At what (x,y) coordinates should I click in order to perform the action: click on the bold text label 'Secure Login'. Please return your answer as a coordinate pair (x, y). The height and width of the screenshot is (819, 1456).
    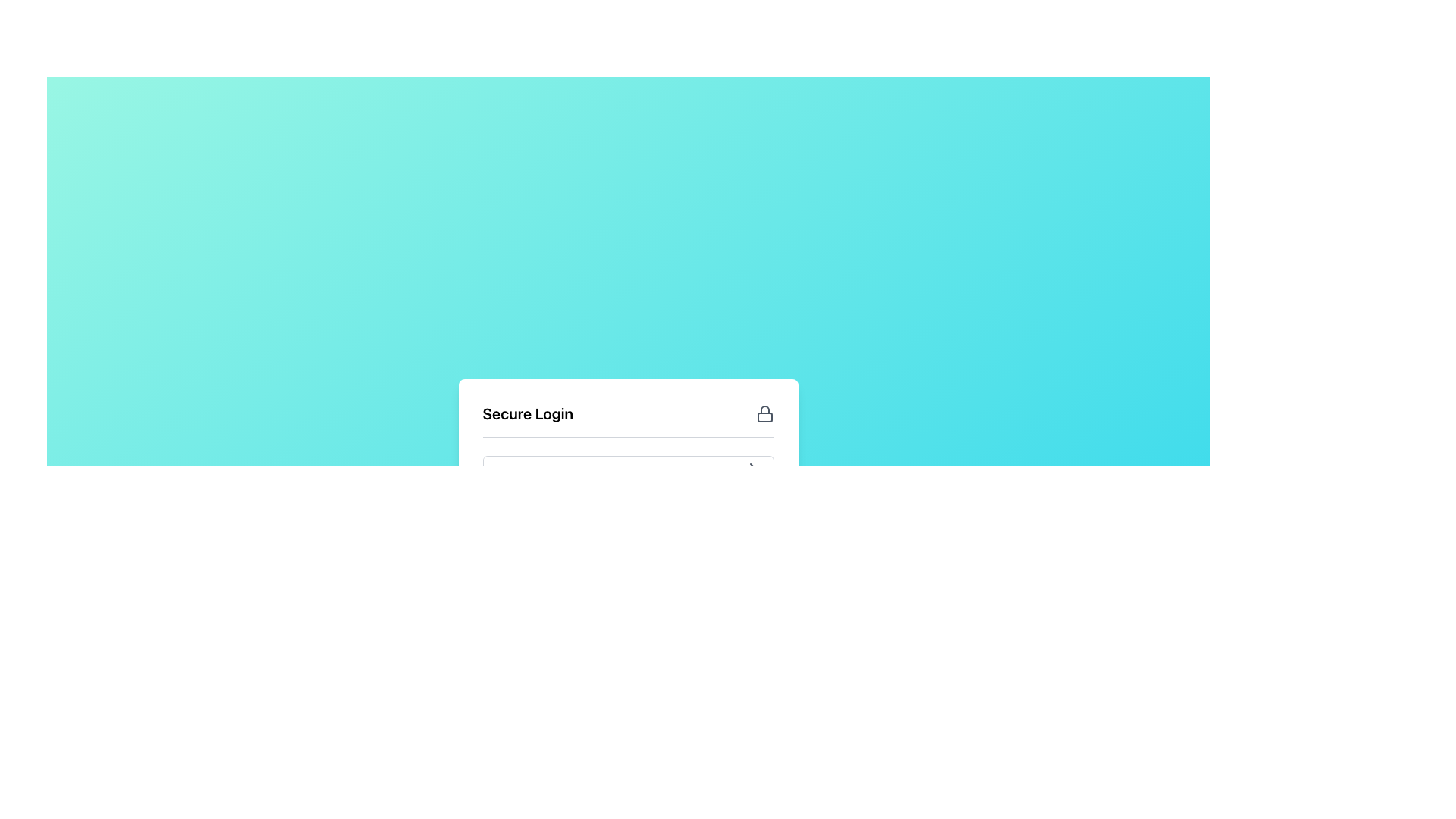
    Looking at the image, I should click on (528, 413).